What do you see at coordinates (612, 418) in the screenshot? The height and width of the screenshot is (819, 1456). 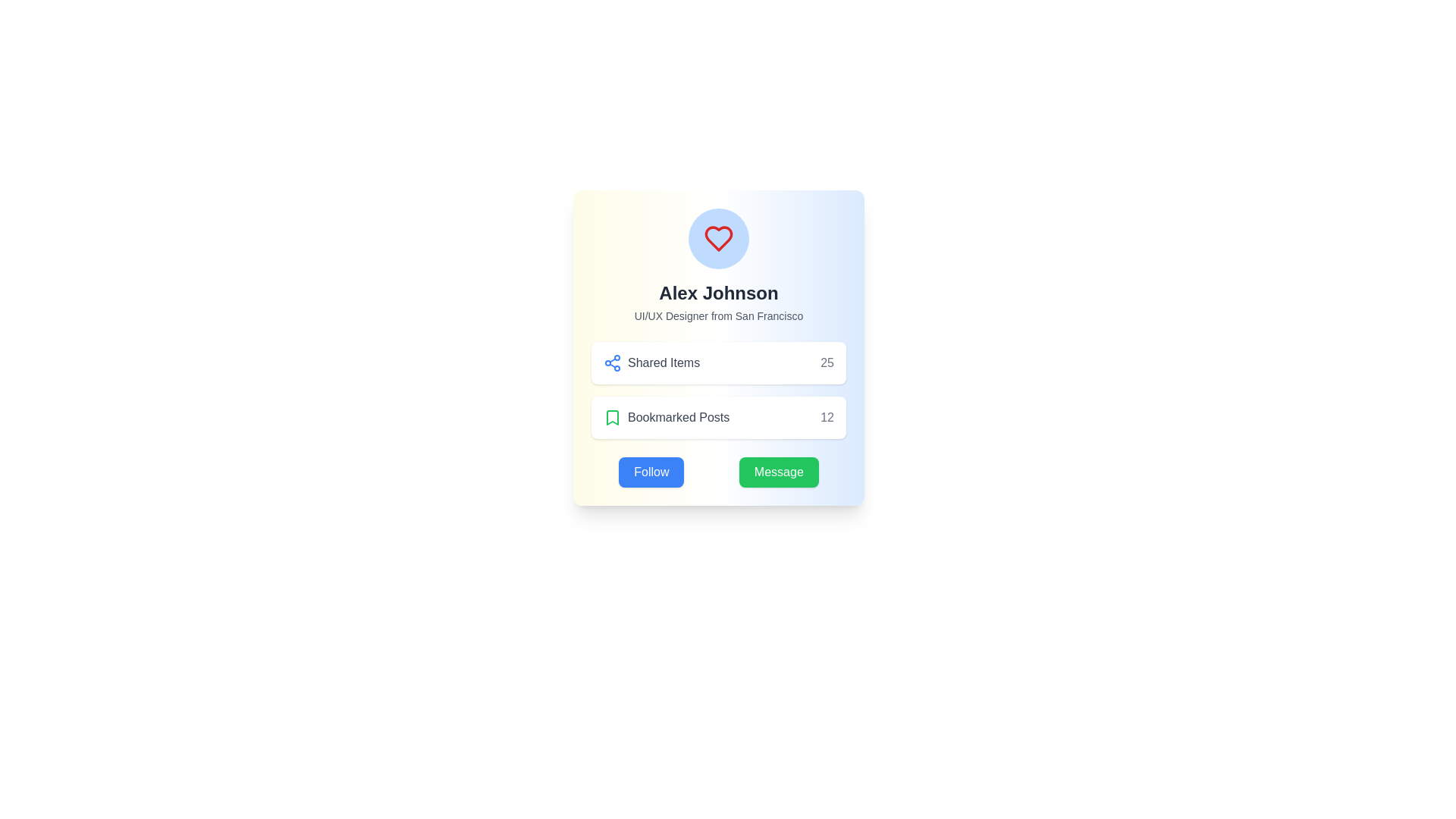 I see `bookmark icon element, which is a green outlined vertical rectangular shape with a triangular tip, using developer tools` at bounding box center [612, 418].